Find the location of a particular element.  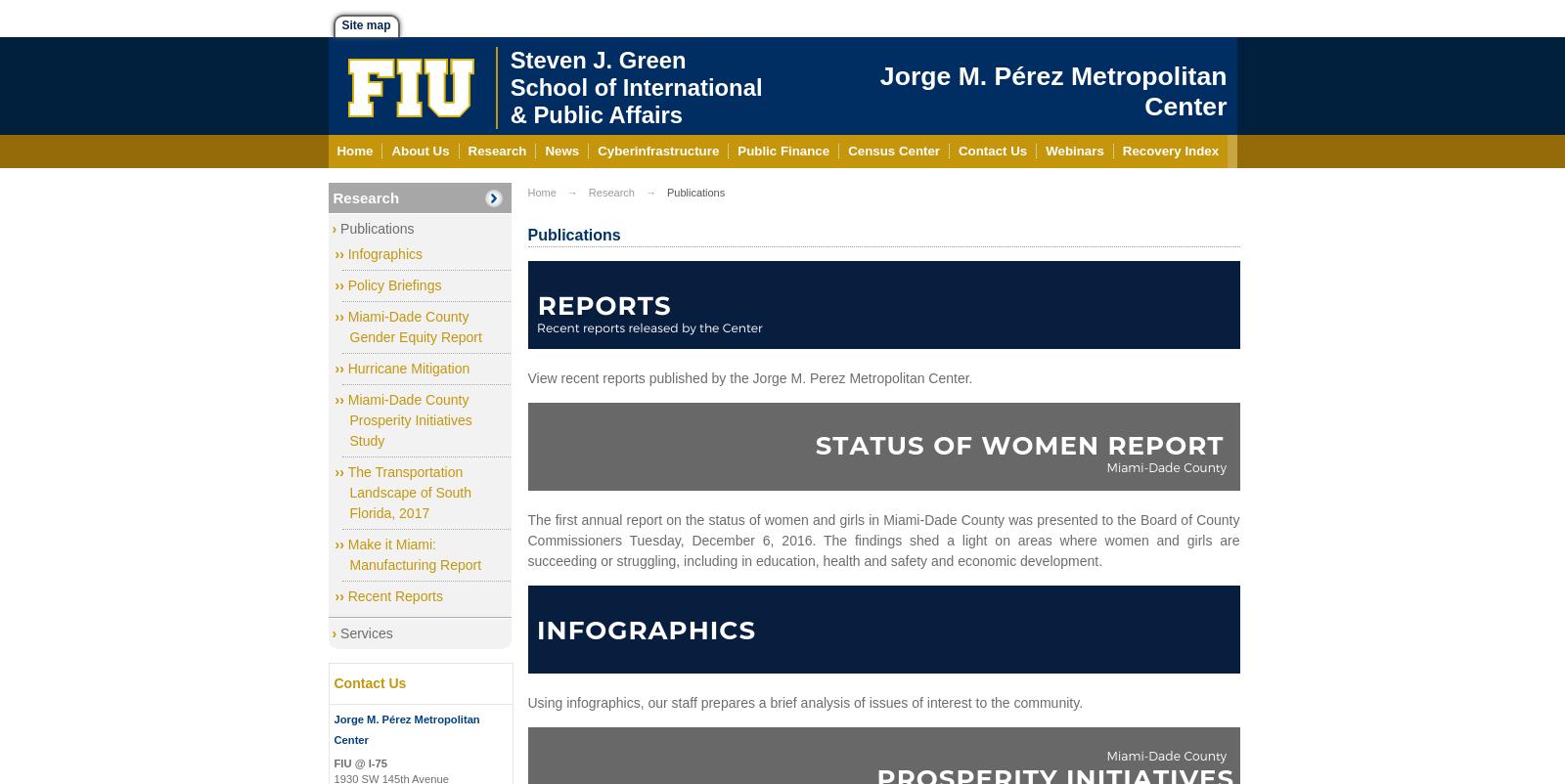

'Site map' is located at coordinates (366, 24).